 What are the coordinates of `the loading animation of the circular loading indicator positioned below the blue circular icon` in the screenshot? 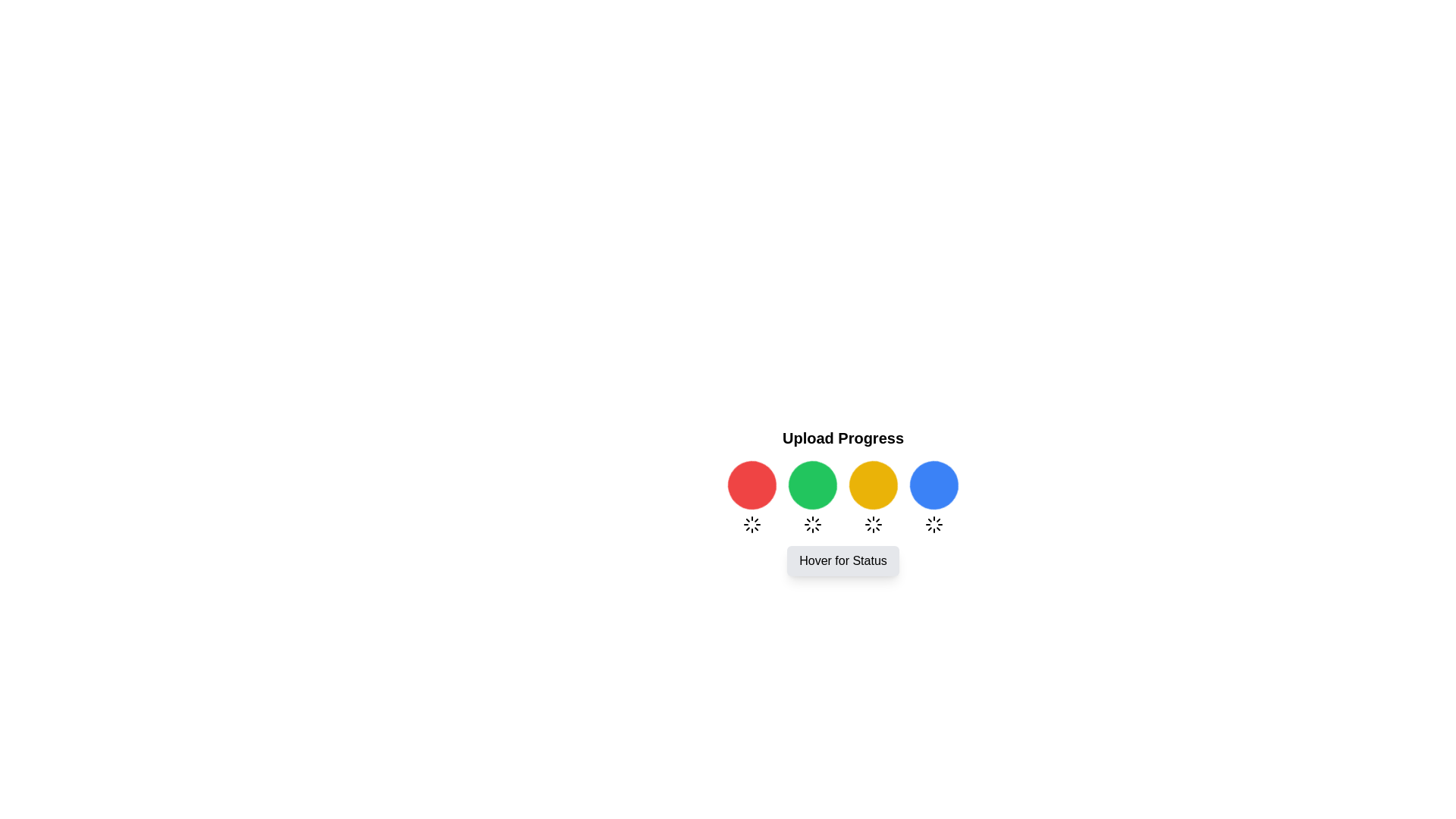 It's located at (934, 523).